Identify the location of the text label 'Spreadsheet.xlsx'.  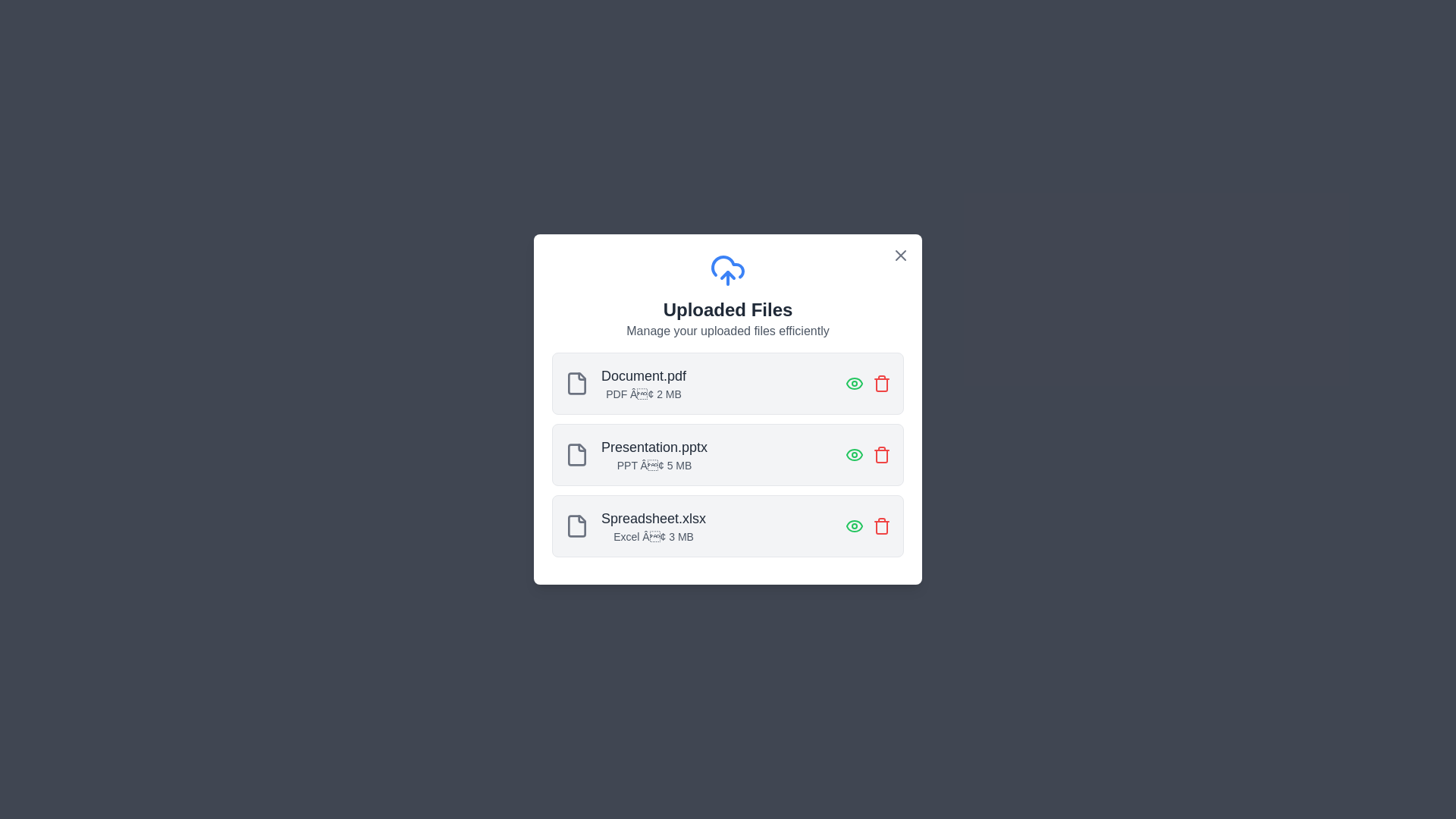
(654, 517).